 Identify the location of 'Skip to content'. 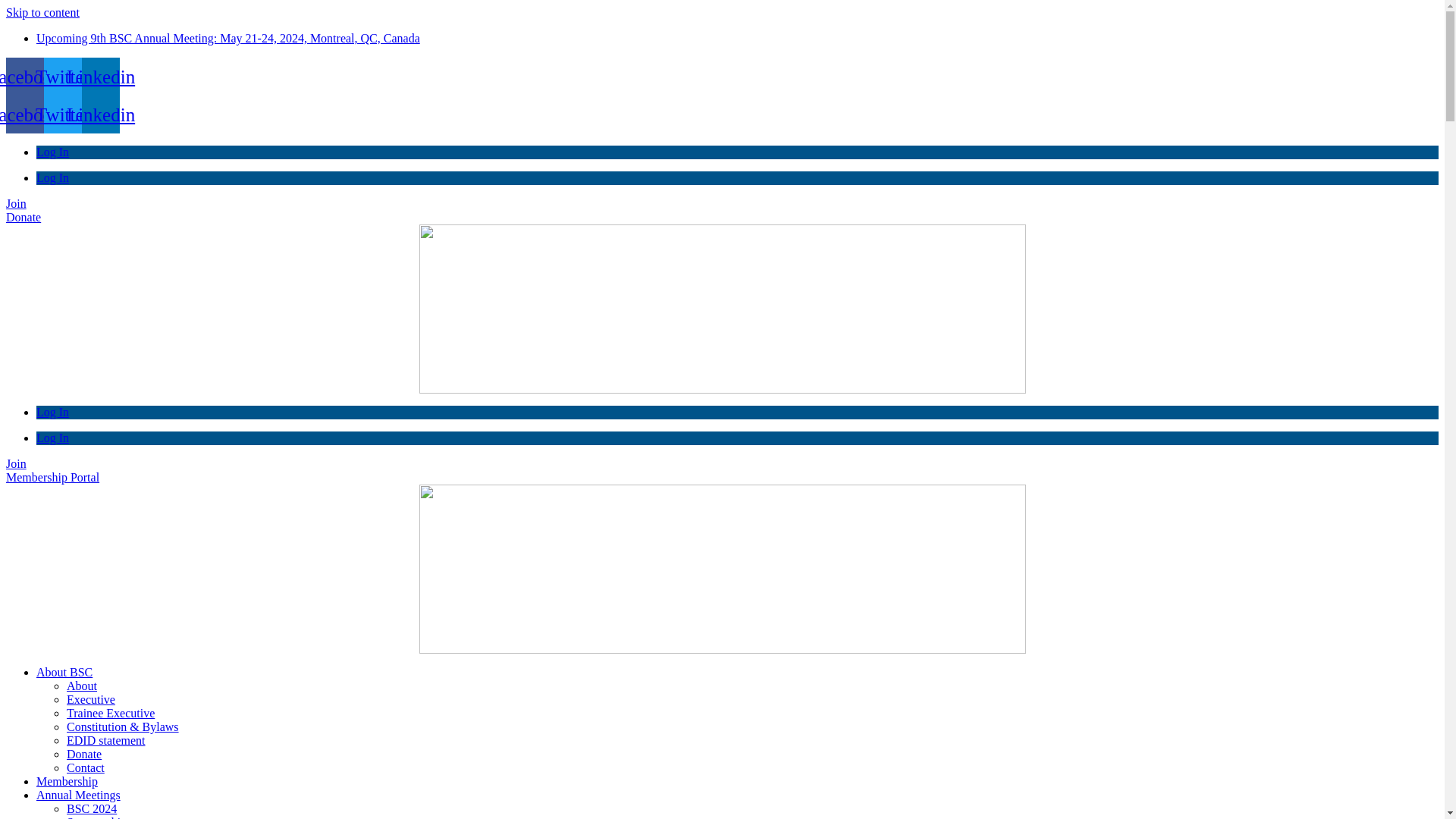
(42, 12).